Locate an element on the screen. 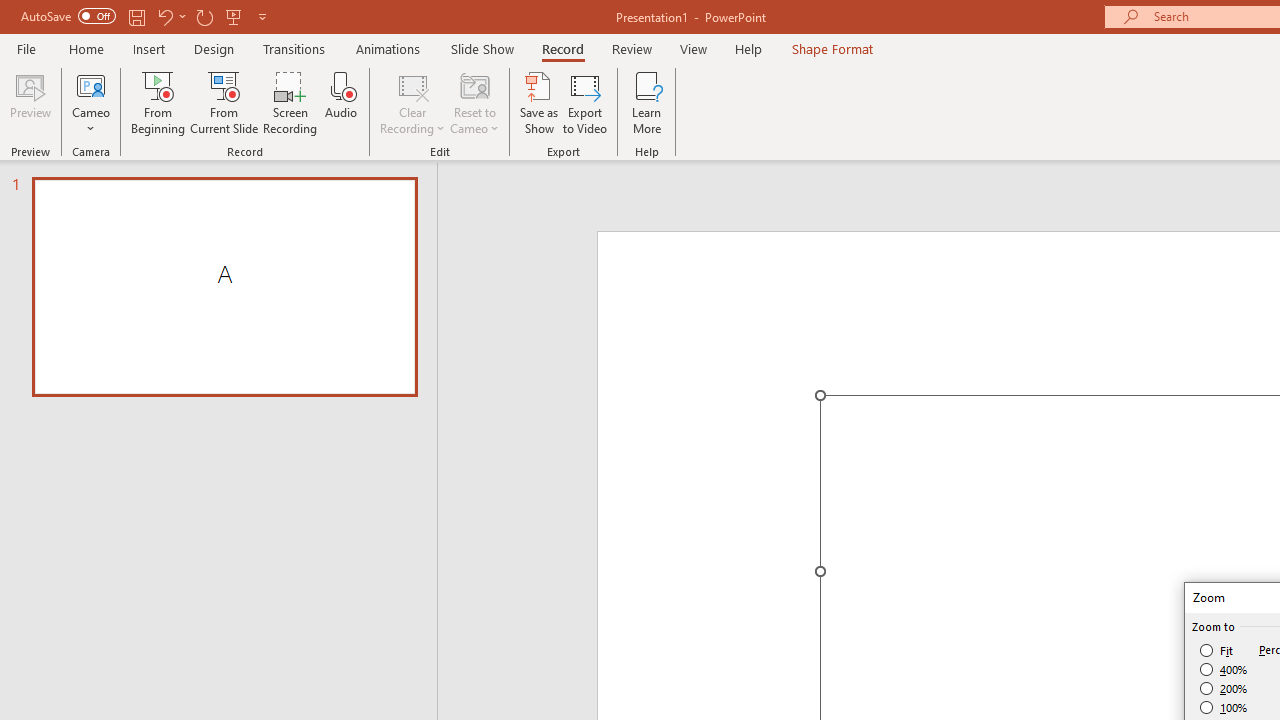 The height and width of the screenshot is (720, 1280). 'From Current Slide...' is located at coordinates (224, 103).